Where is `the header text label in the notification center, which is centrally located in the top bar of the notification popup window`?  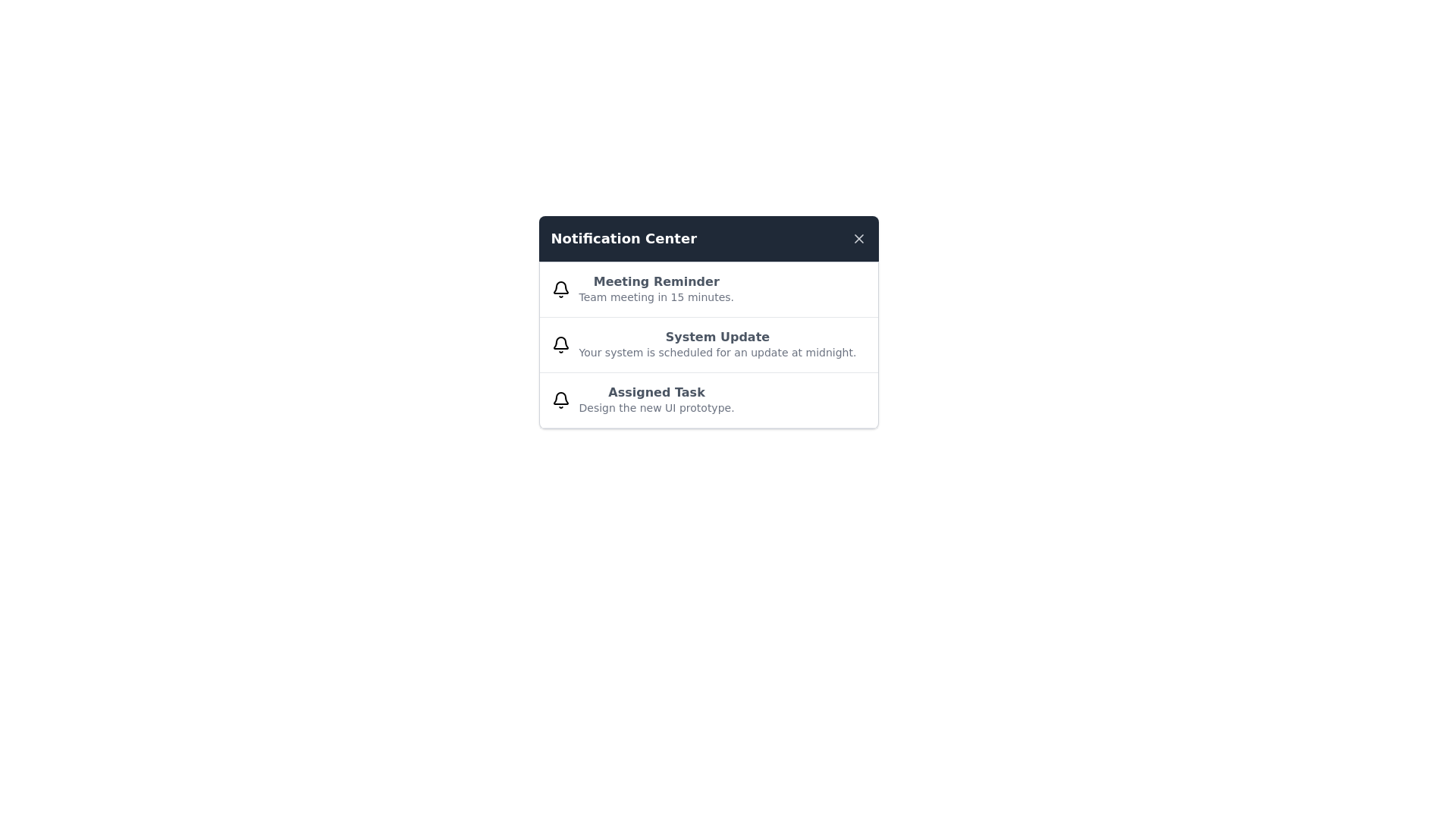
the header text label in the notification center, which is centrally located in the top bar of the notification popup window is located at coordinates (623, 239).